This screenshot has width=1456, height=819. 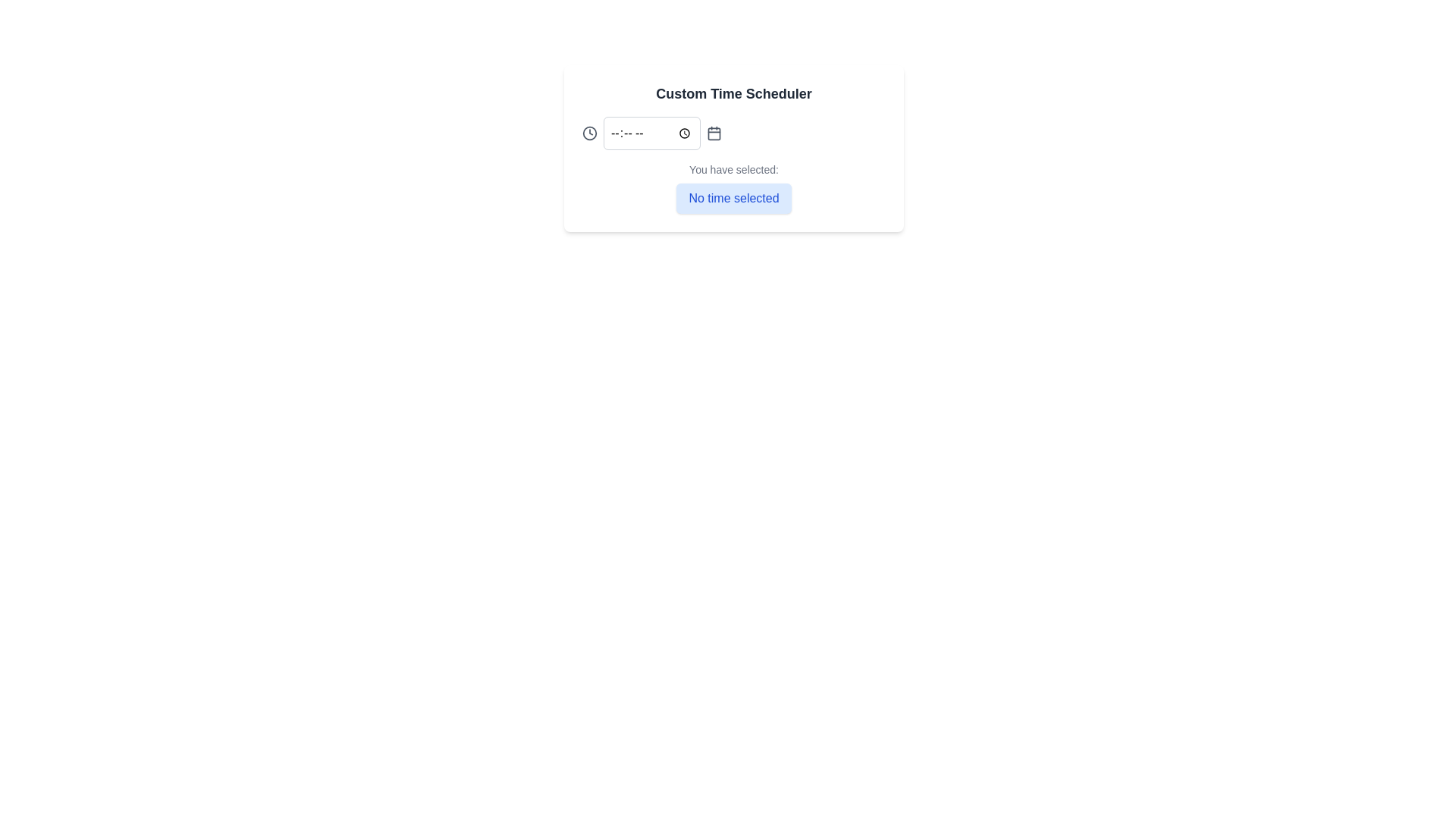 What do you see at coordinates (651, 133) in the screenshot?
I see `the time input field` at bounding box center [651, 133].